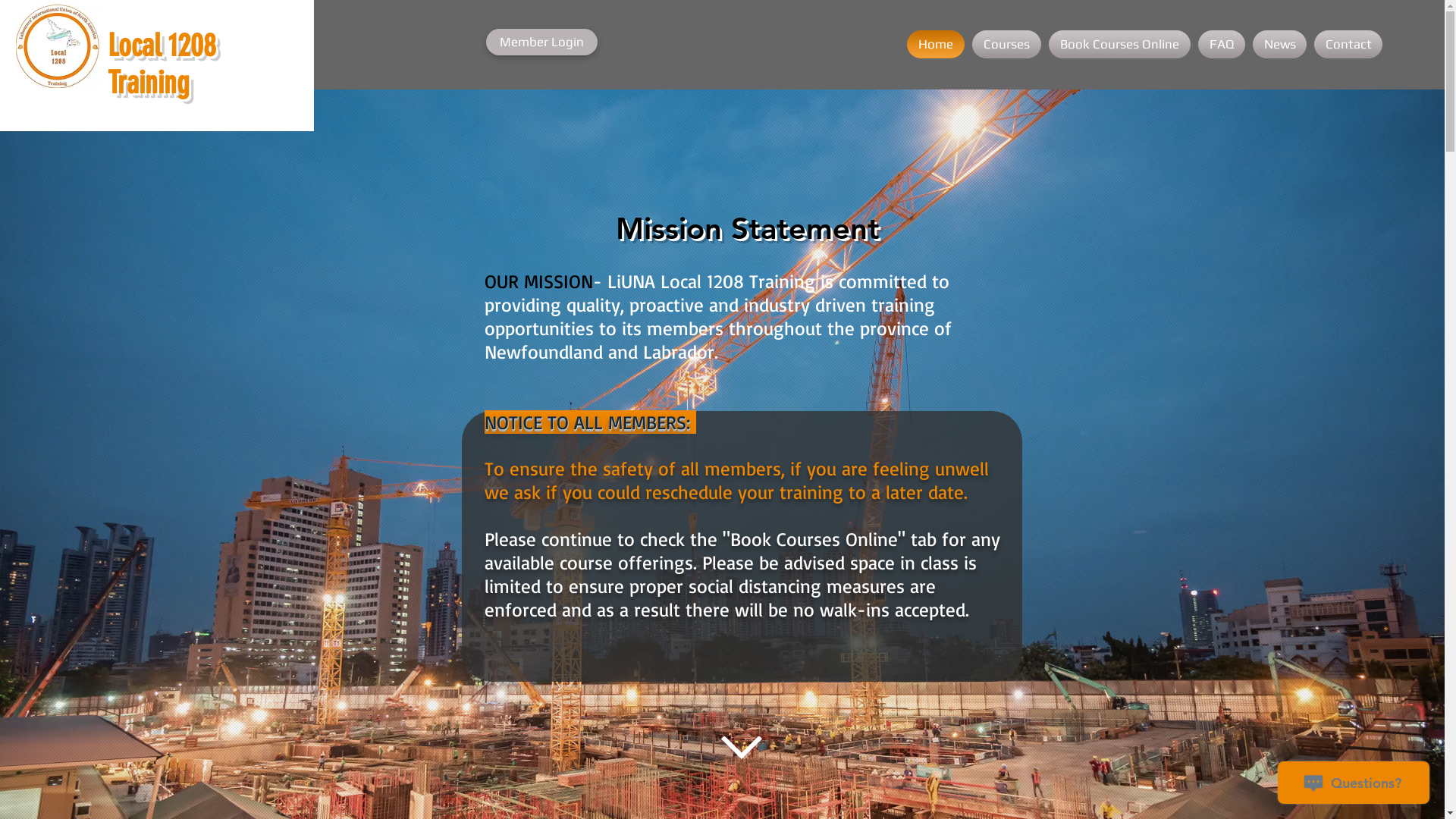 The image size is (1456, 819). I want to click on 'FAQ', so click(1222, 43).